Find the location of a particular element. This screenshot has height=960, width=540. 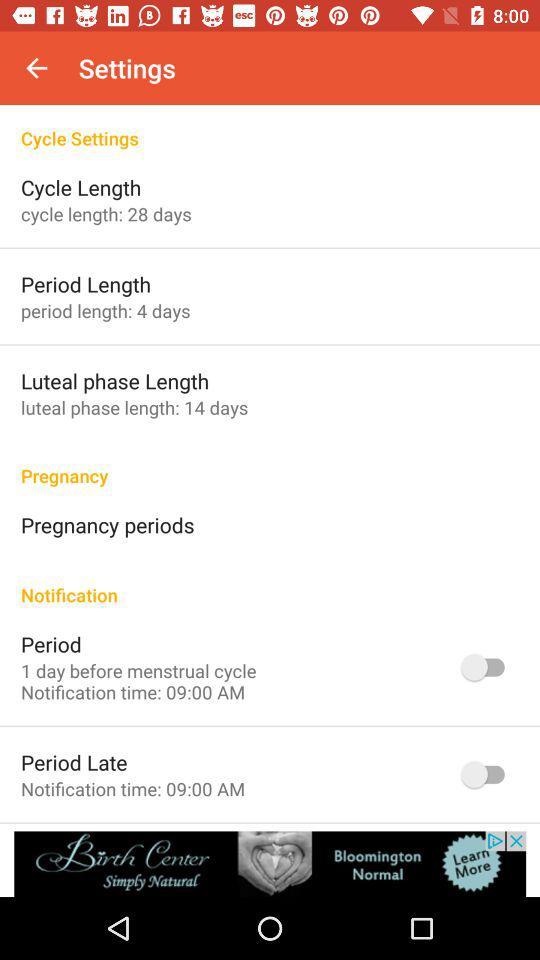

advertisement link is located at coordinates (270, 863).